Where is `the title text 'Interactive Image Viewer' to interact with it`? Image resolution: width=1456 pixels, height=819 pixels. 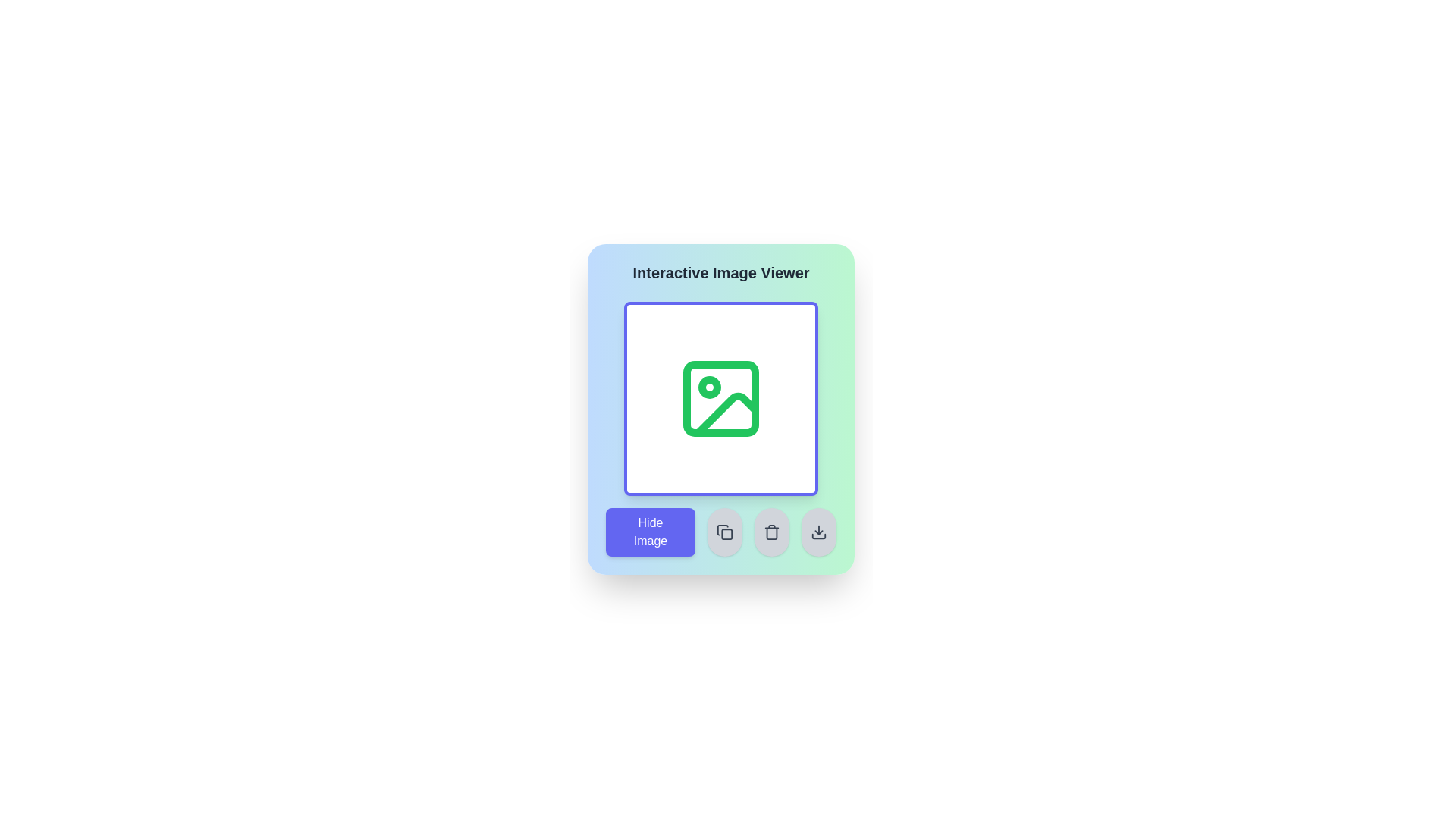
the title text 'Interactive Image Viewer' to interact with it is located at coordinates (720, 271).